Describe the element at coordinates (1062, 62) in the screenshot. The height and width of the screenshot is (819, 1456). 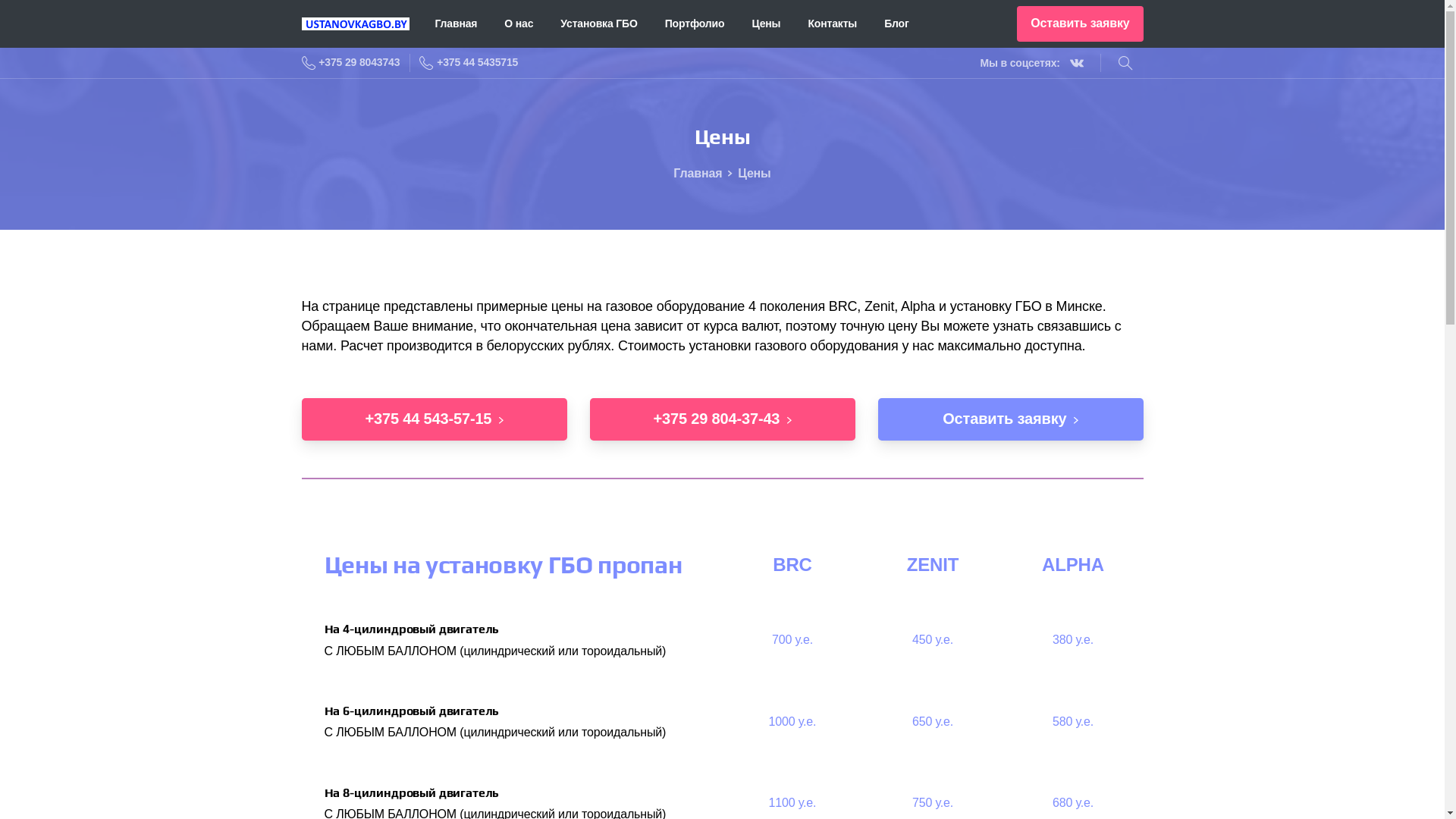
I see `'VK'` at that location.